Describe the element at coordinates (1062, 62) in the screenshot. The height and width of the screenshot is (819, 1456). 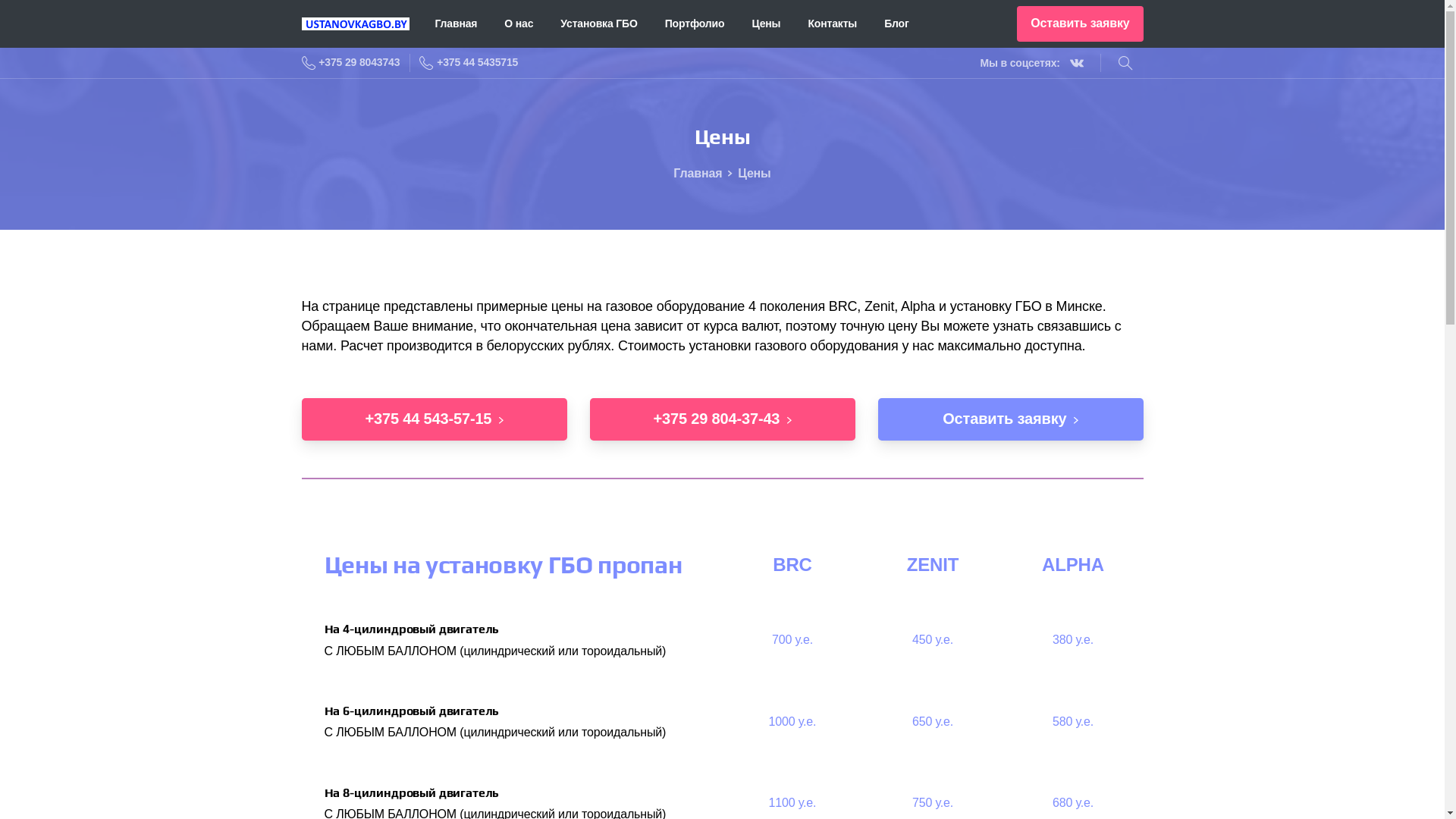
I see `'VK'` at that location.